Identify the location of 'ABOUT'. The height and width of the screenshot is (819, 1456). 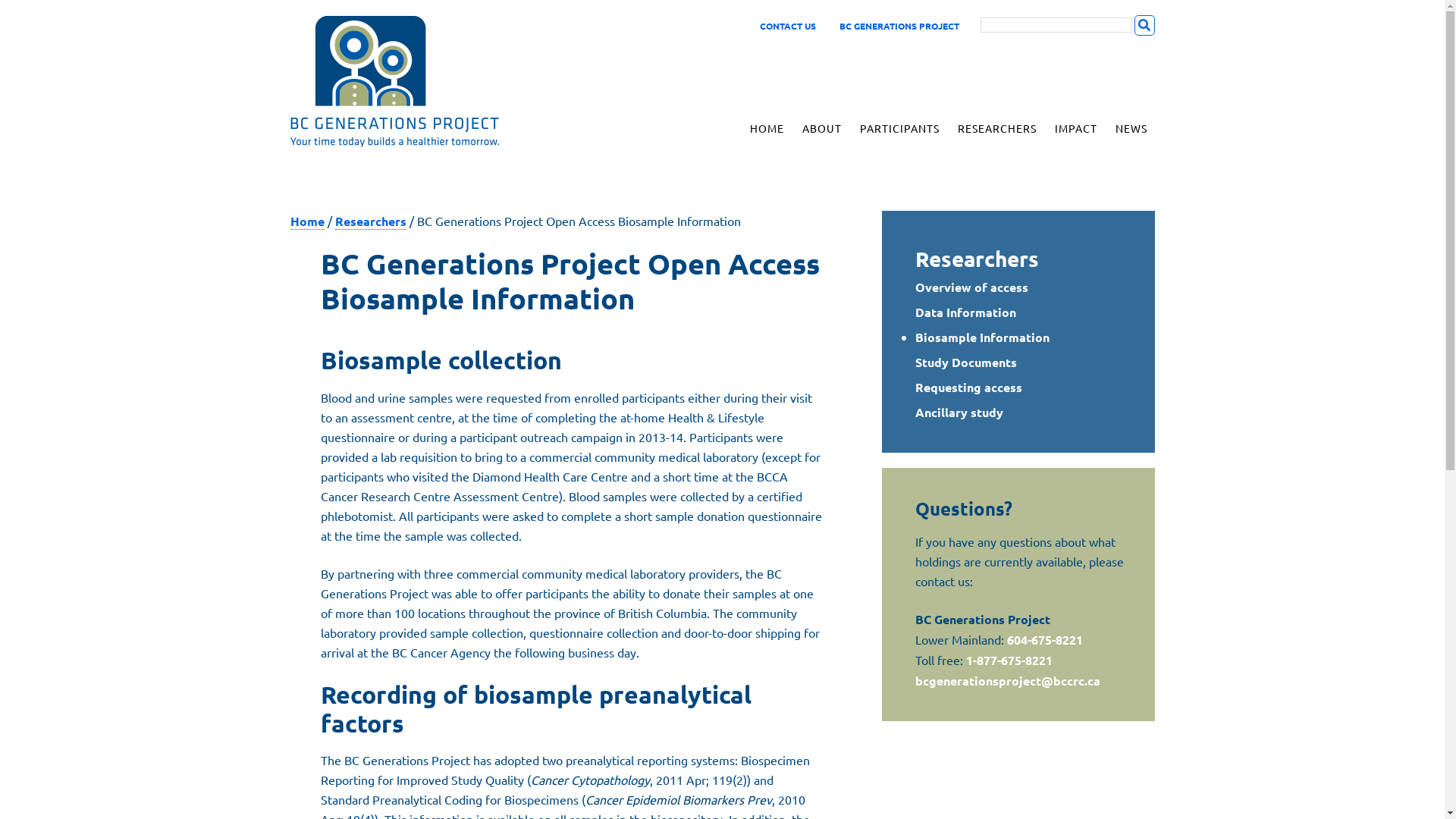
(821, 127).